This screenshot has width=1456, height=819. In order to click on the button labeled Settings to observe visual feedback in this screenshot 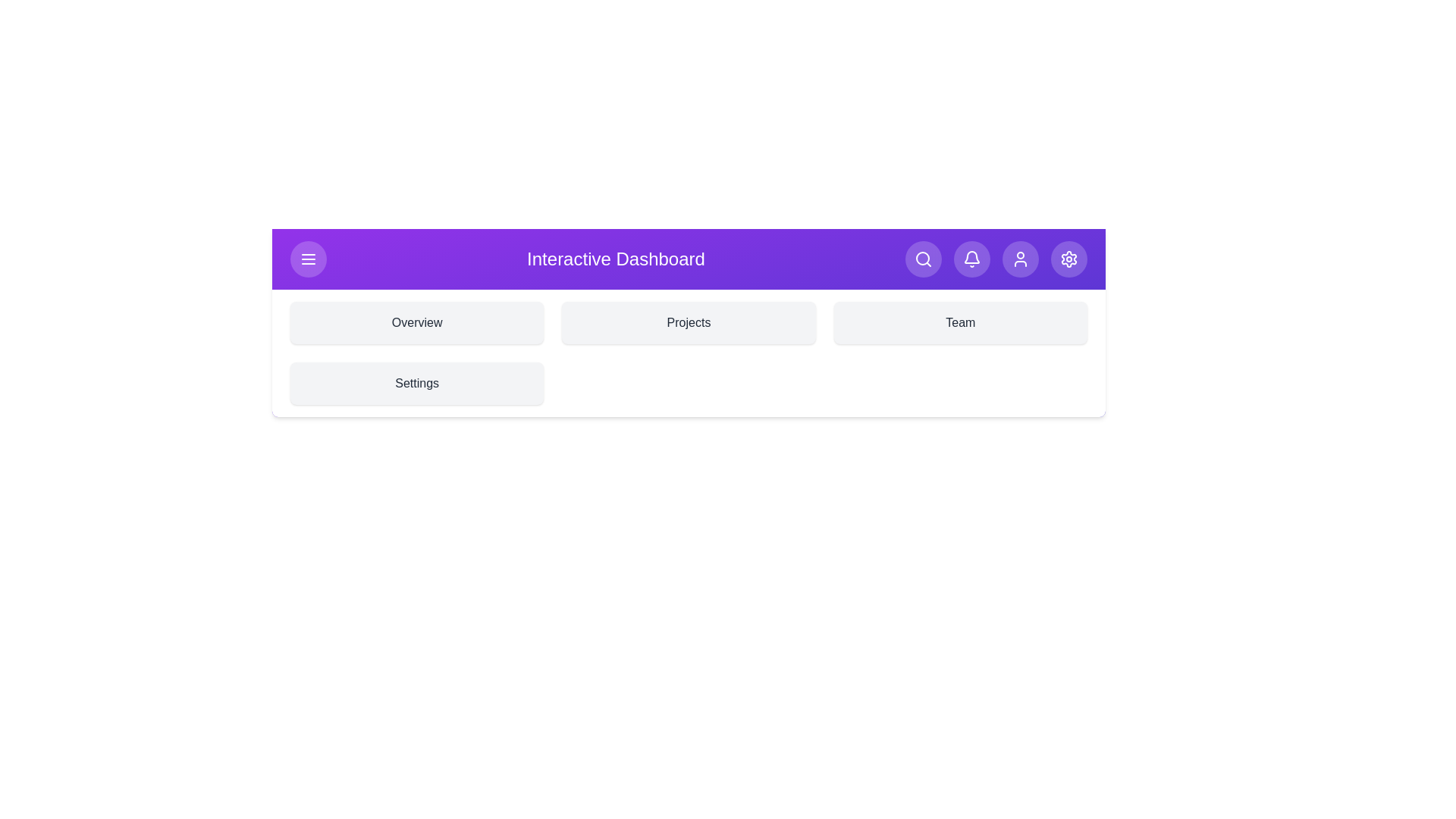, I will do `click(1068, 259)`.